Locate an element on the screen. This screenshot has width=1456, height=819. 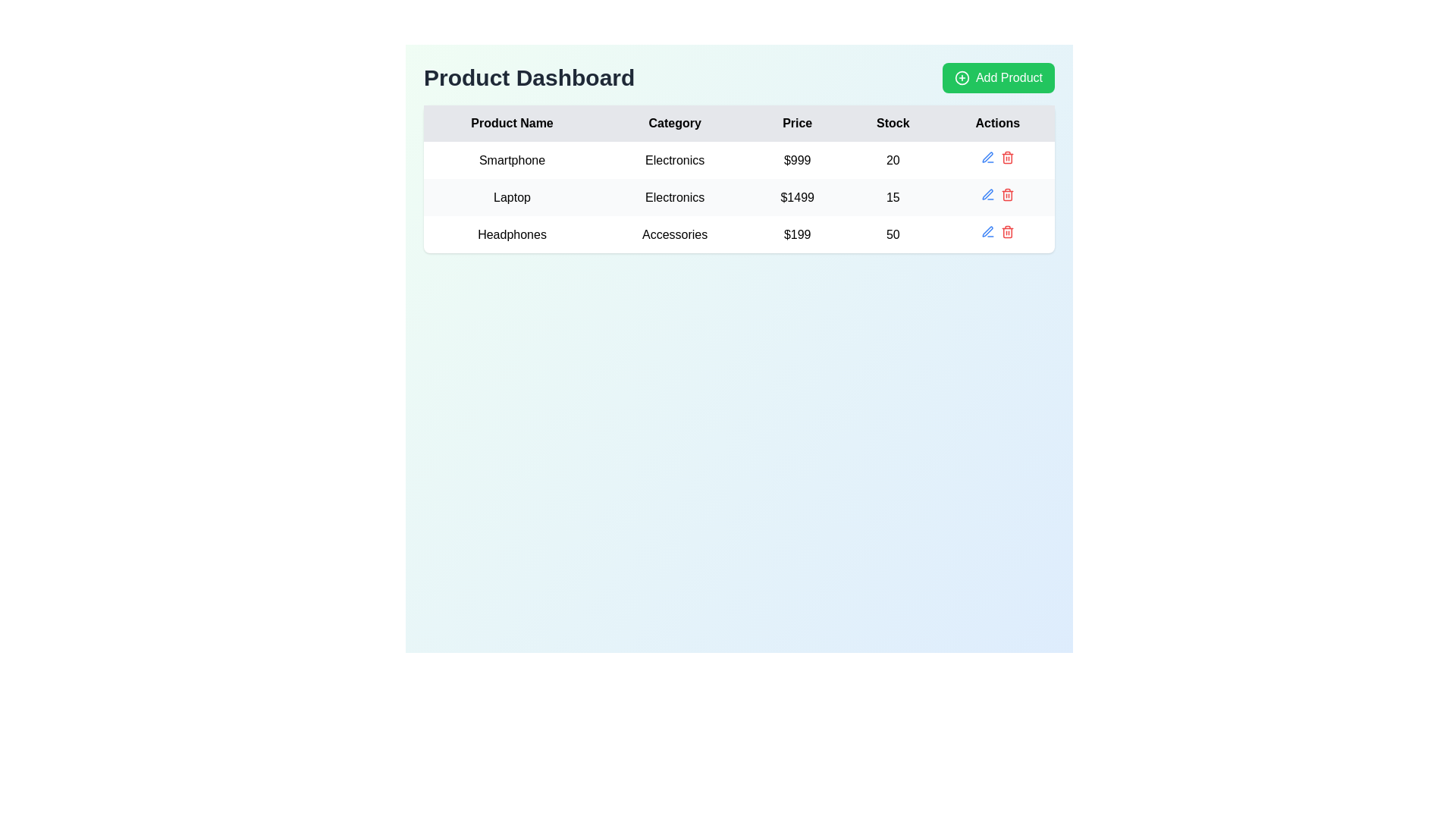
the text label displaying 'Accessories' located in the second cell of the 'Headphones' row under the 'Category' column in the tabular layout is located at coordinates (674, 234).